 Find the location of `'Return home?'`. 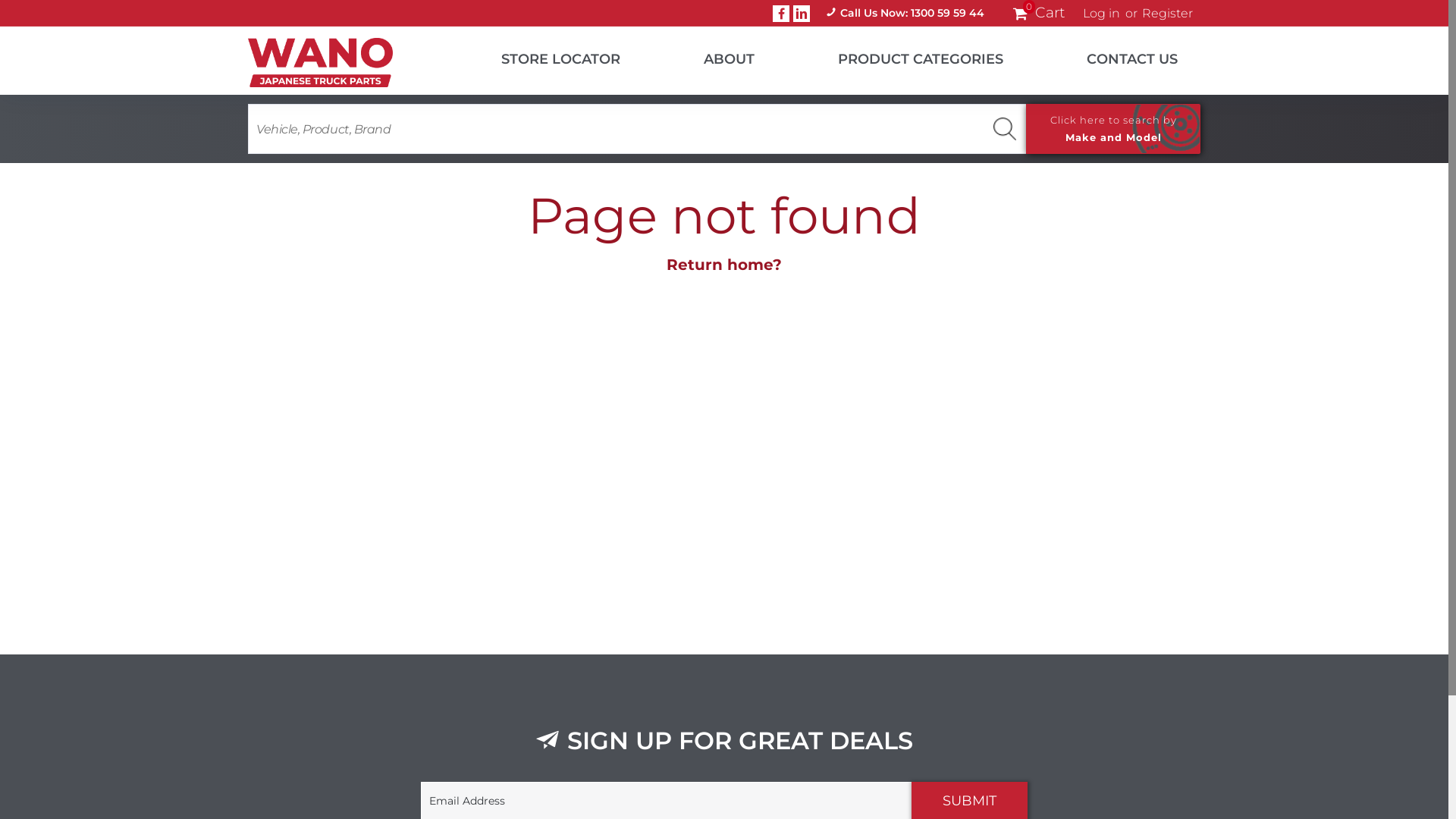

'Return home?' is located at coordinates (666, 263).